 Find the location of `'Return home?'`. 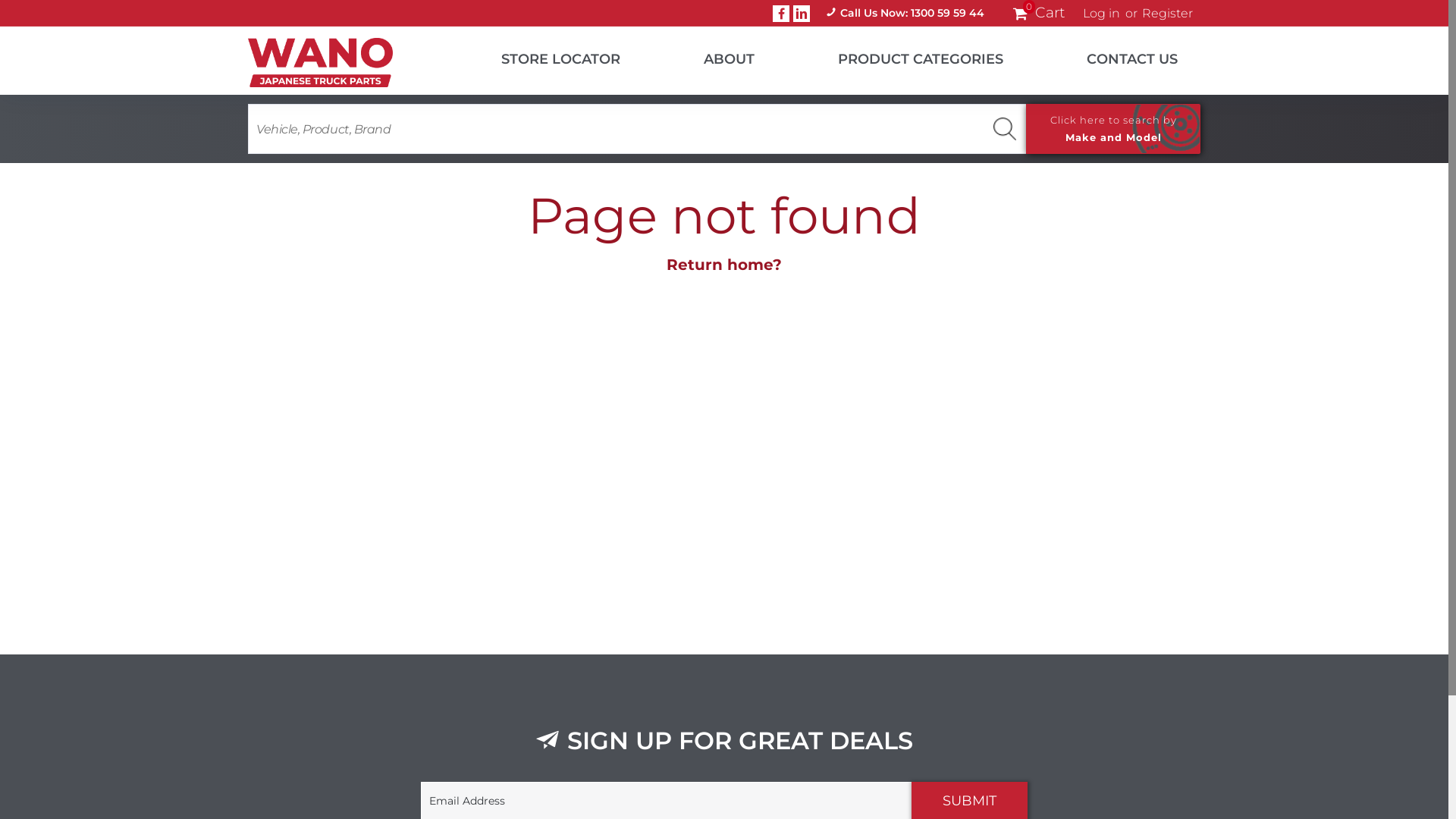

'Return home?' is located at coordinates (666, 263).